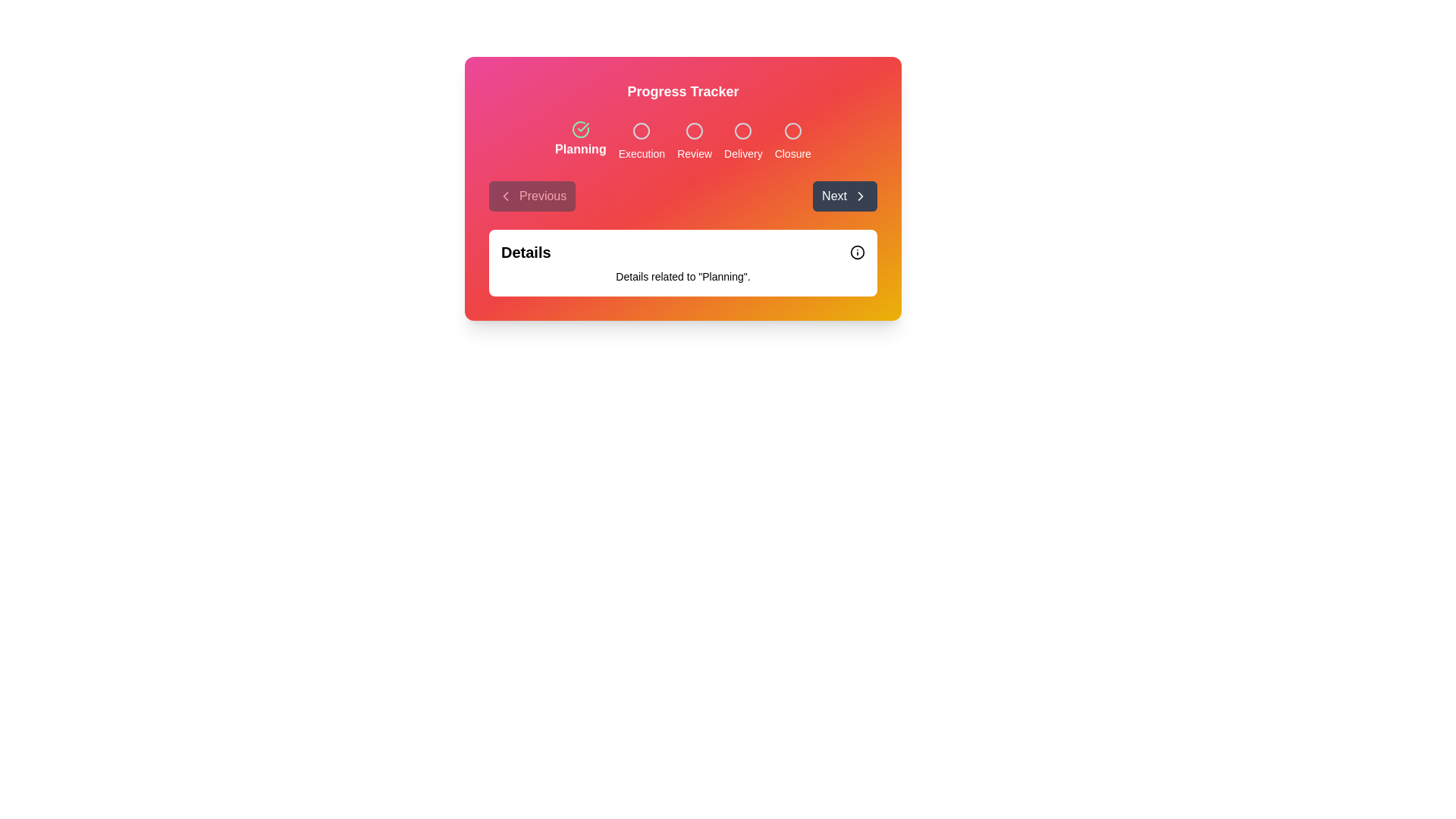 The image size is (1456, 819). I want to click on text from the second milestone status label in the progress tracker, which is positioned between 'Planning' and 'Review', so click(642, 154).